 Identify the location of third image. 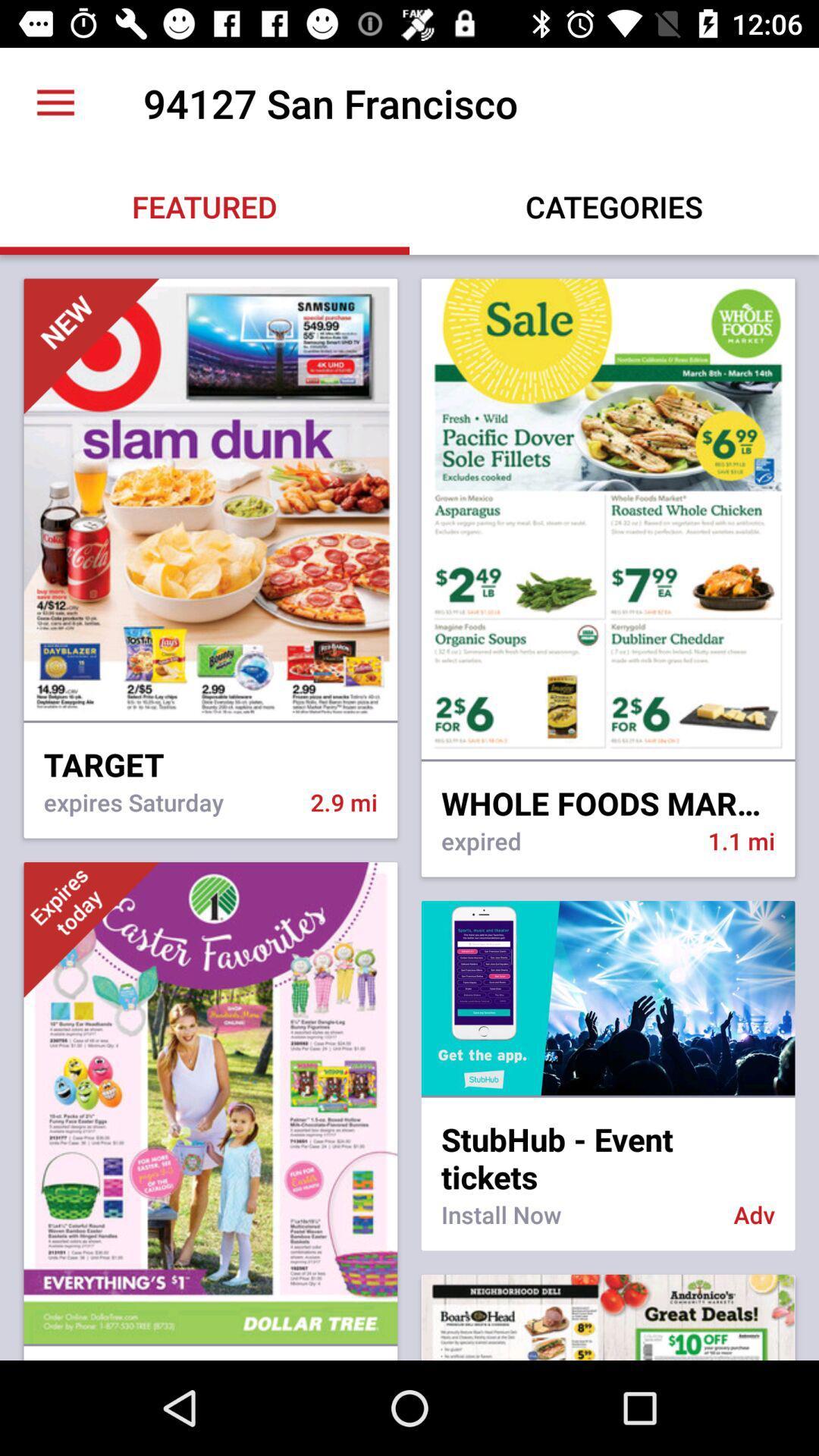
(210, 1111).